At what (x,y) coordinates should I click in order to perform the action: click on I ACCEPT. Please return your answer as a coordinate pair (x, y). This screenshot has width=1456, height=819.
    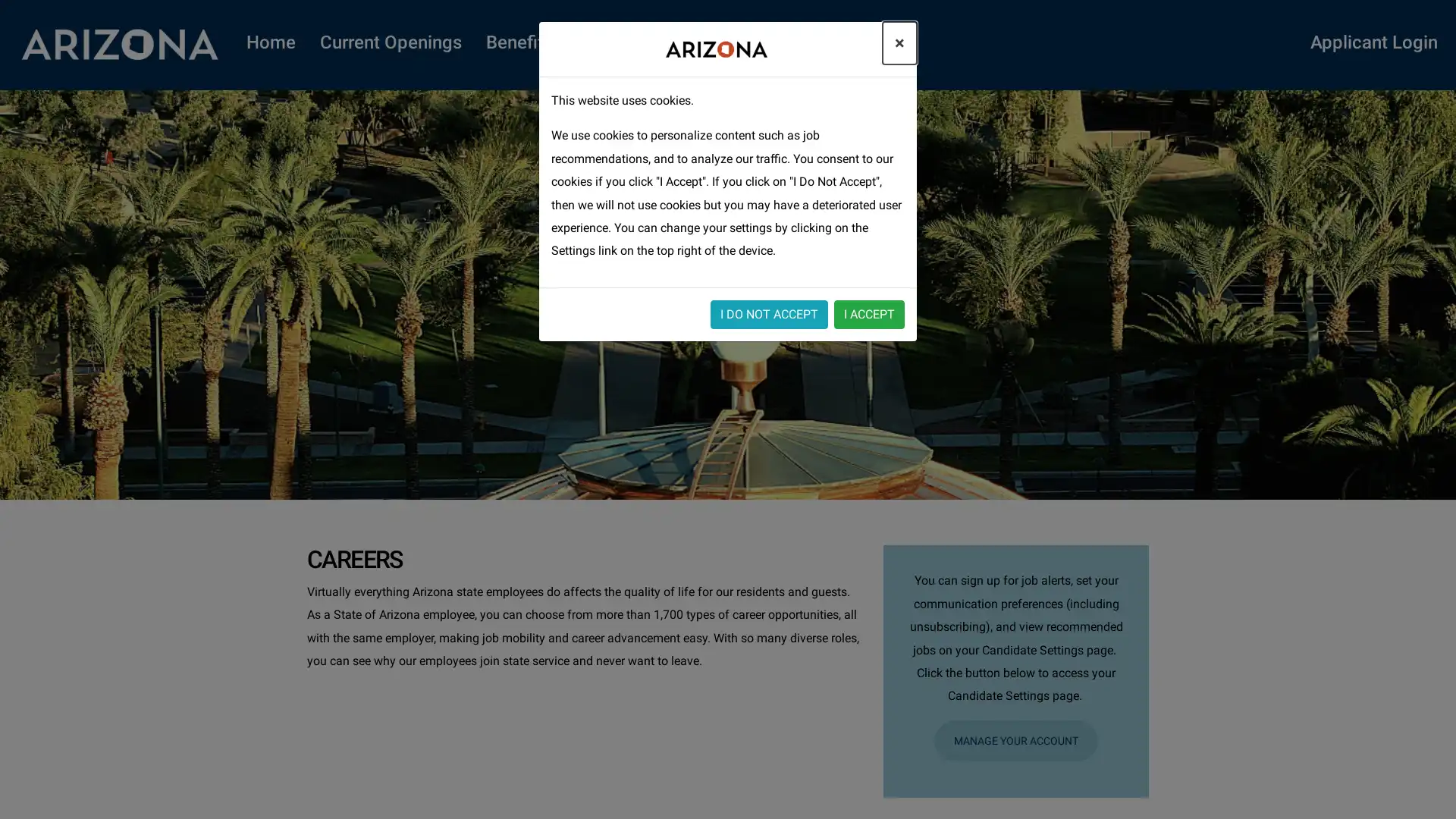
    Looking at the image, I should click on (869, 312).